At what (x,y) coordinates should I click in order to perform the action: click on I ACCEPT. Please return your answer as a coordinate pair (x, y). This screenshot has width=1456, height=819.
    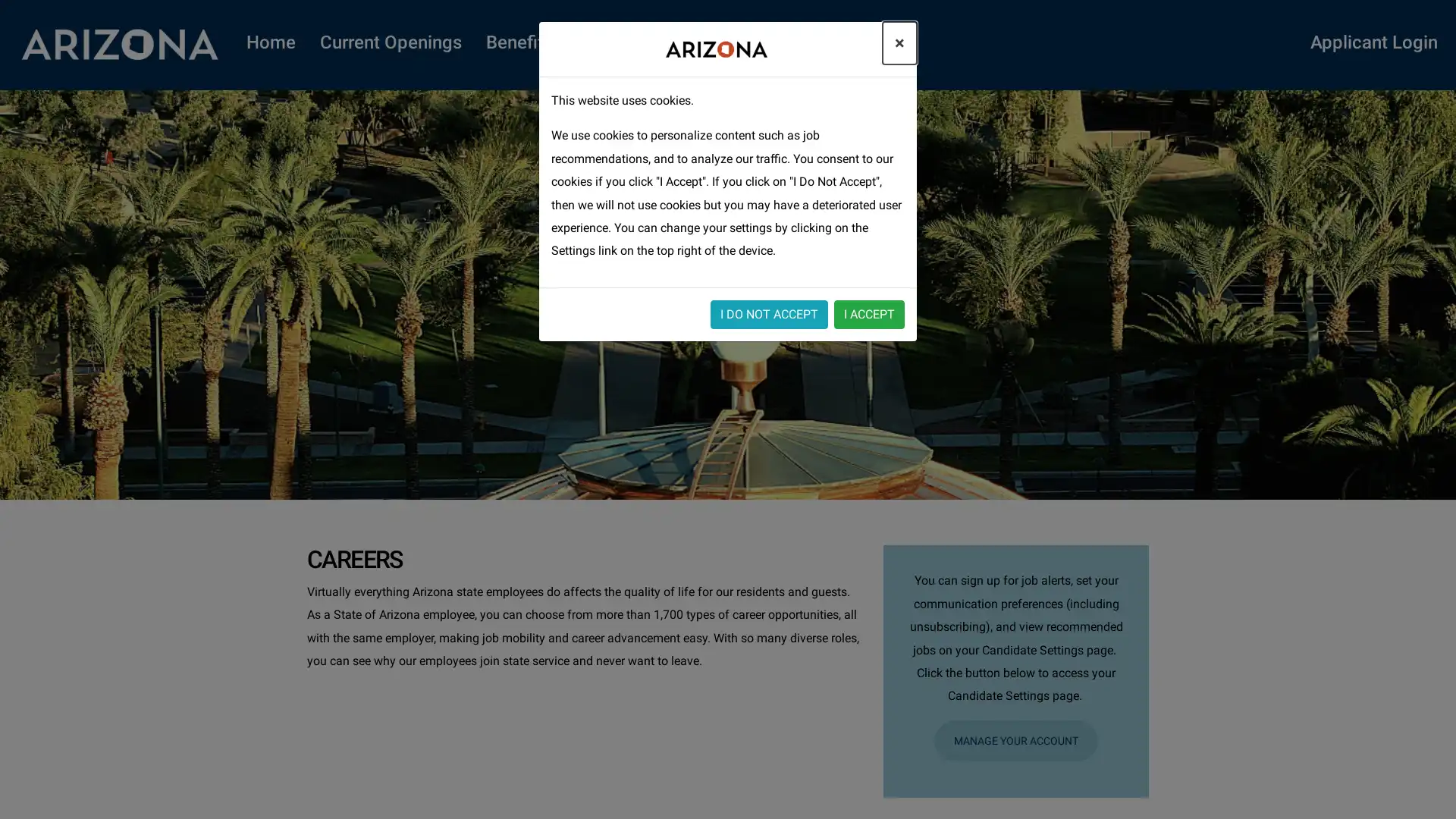
    Looking at the image, I should click on (869, 312).